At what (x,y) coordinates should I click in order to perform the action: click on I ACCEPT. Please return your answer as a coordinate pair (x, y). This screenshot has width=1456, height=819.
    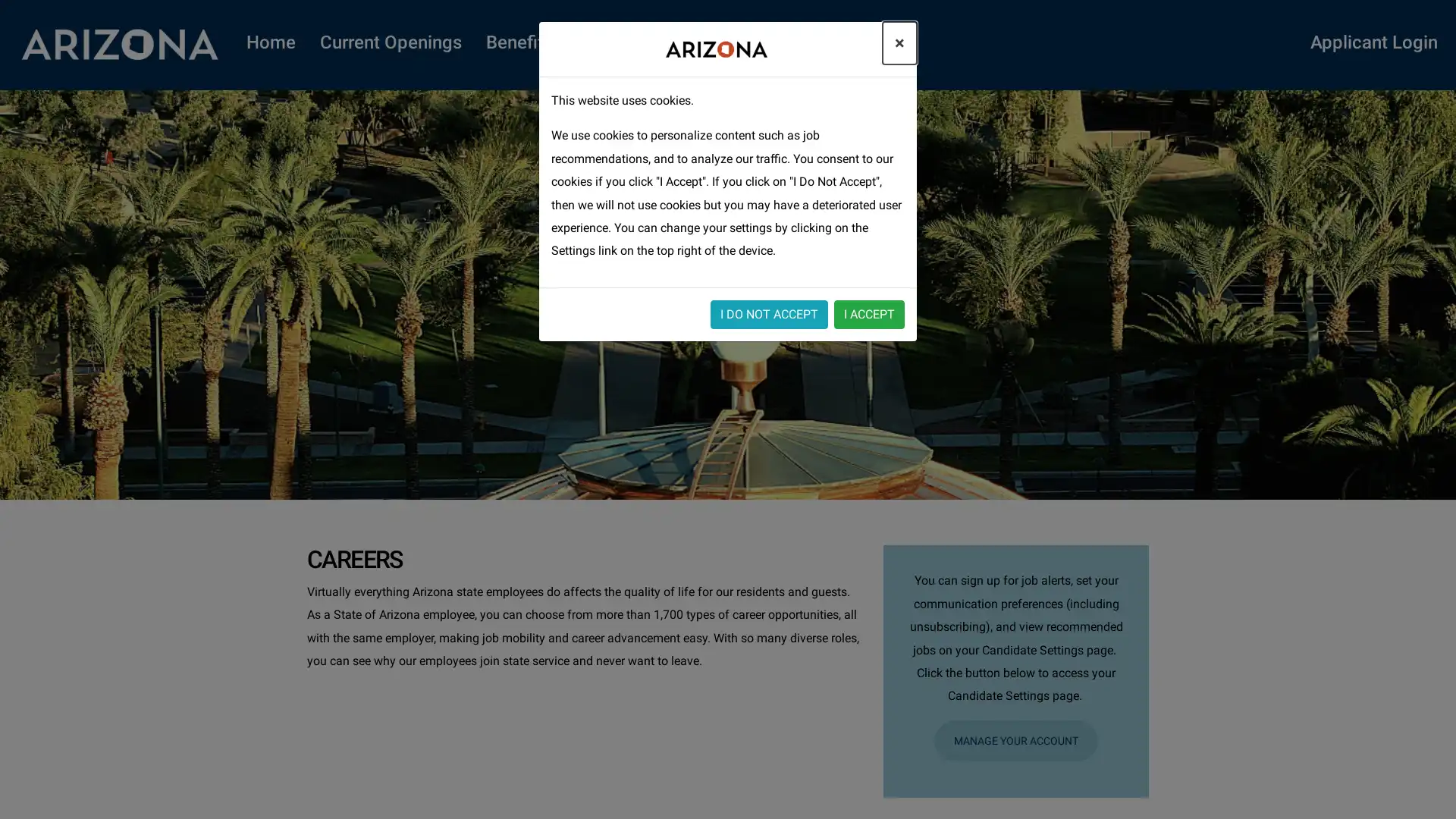
    Looking at the image, I should click on (869, 312).